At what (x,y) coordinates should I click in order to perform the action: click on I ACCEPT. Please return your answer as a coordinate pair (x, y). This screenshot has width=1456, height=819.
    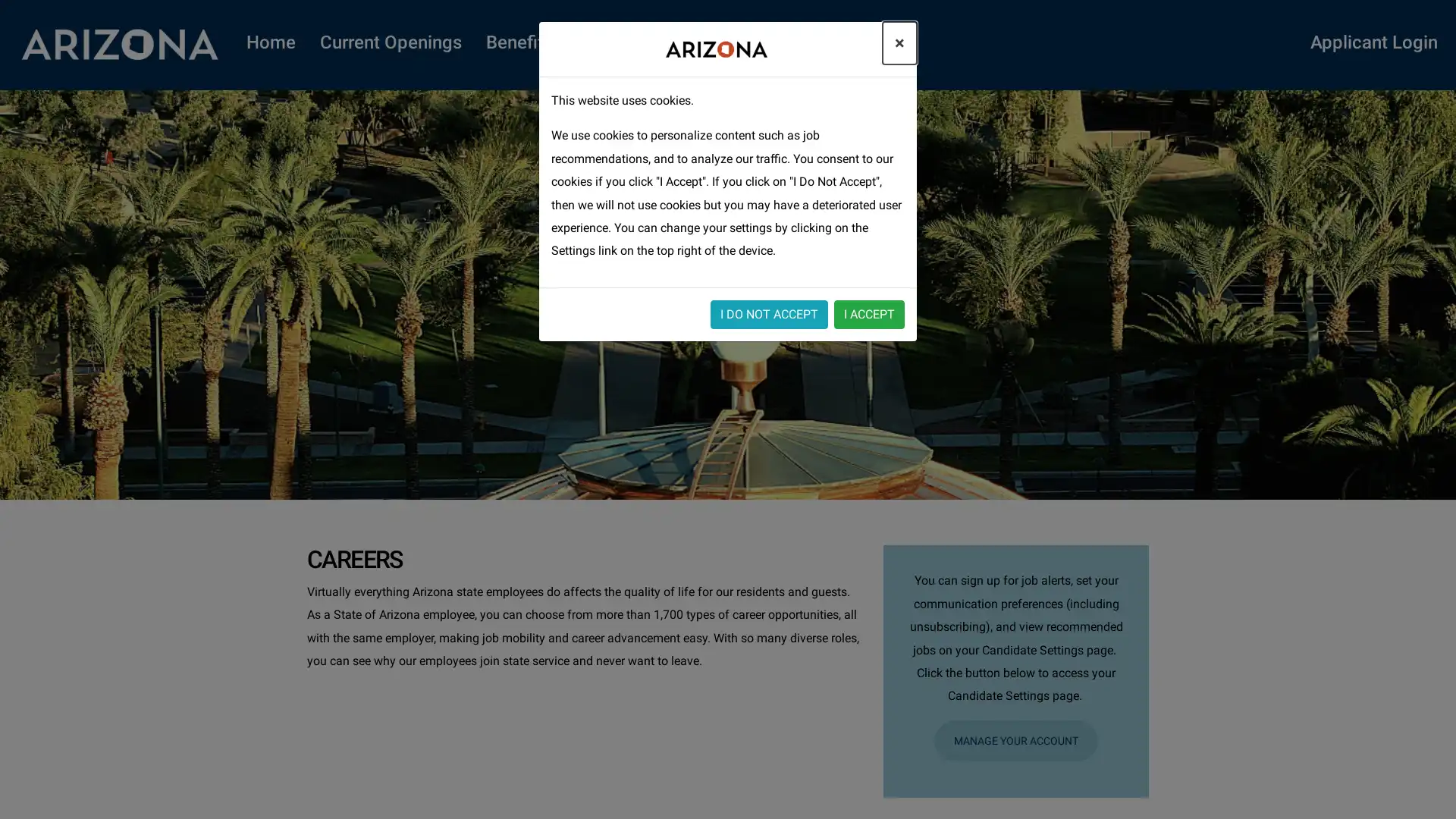
    Looking at the image, I should click on (869, 312).